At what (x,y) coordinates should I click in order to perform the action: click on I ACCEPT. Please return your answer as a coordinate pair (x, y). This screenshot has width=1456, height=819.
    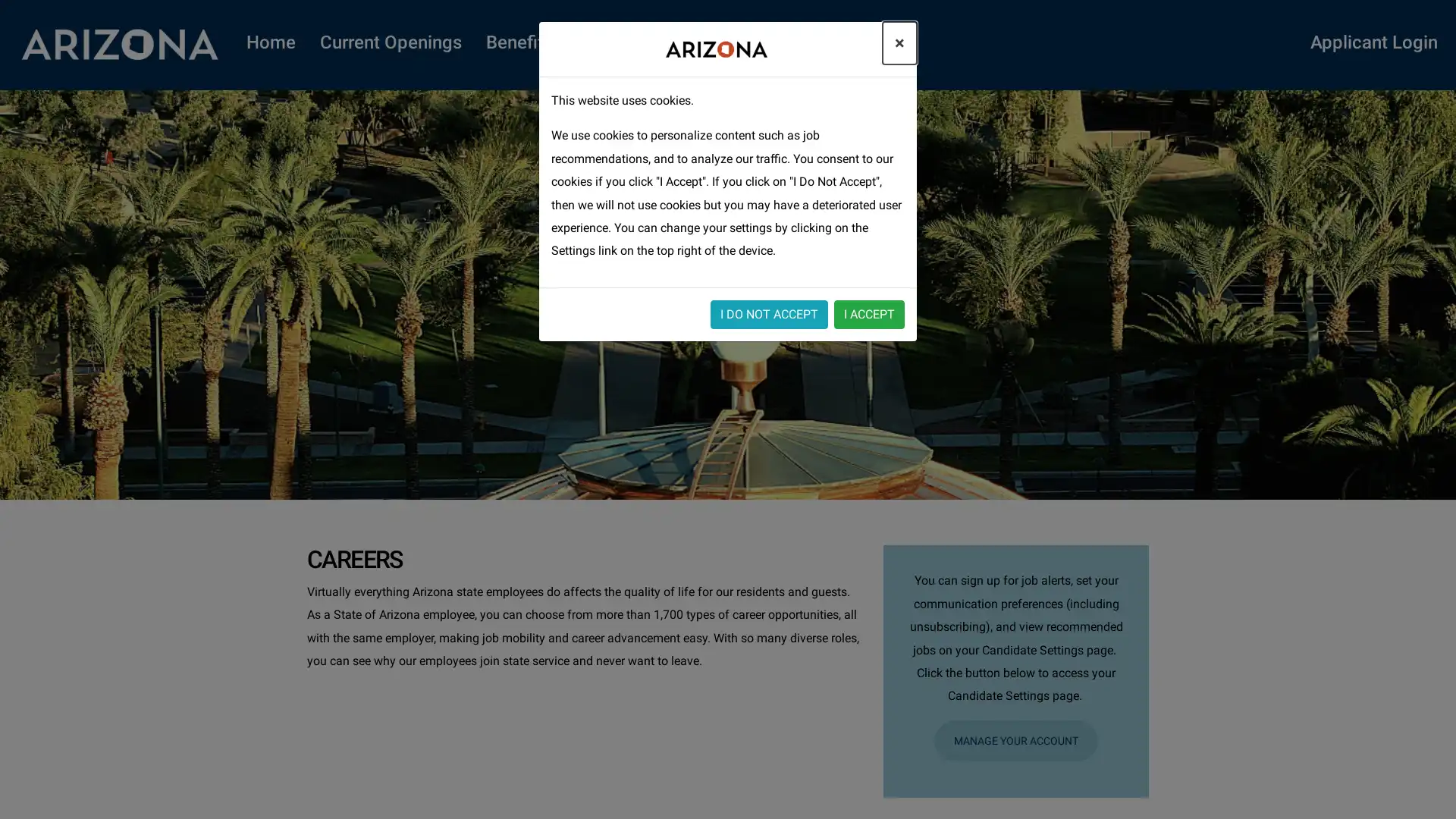
    Looking at the image, I should click on (869, 312).